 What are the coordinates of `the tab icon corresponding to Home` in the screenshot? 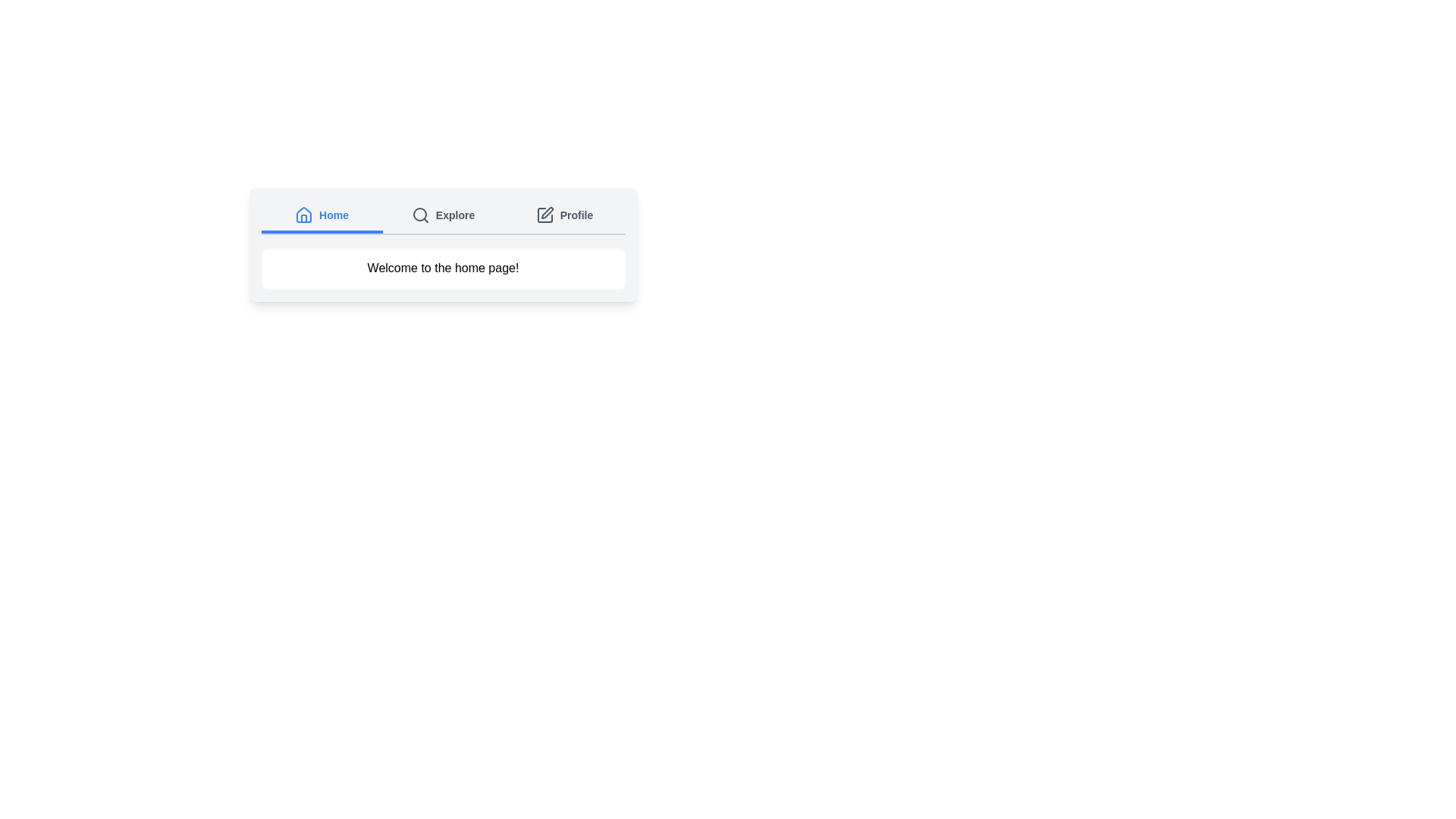 It's located at (303, 215).